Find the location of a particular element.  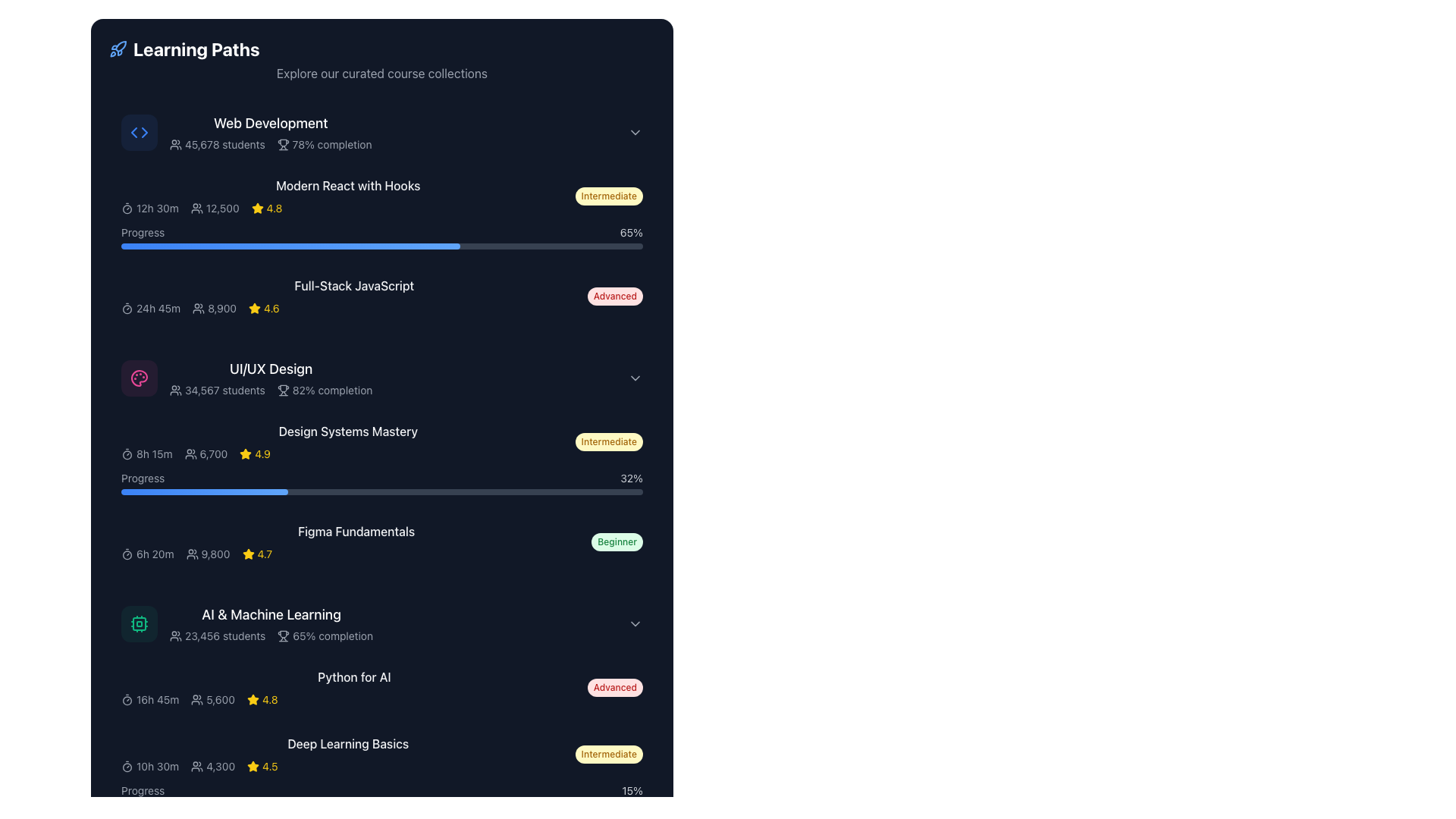

Progress indicator (progress bar segment) which is a horizontal bar with rounded edges, styled with a gradient color transitioning from darker to lighter blue, located below the 'Design Systems Mastery' section in a UI/UX course card for debugging purposes is located at coordinates (204, 491).